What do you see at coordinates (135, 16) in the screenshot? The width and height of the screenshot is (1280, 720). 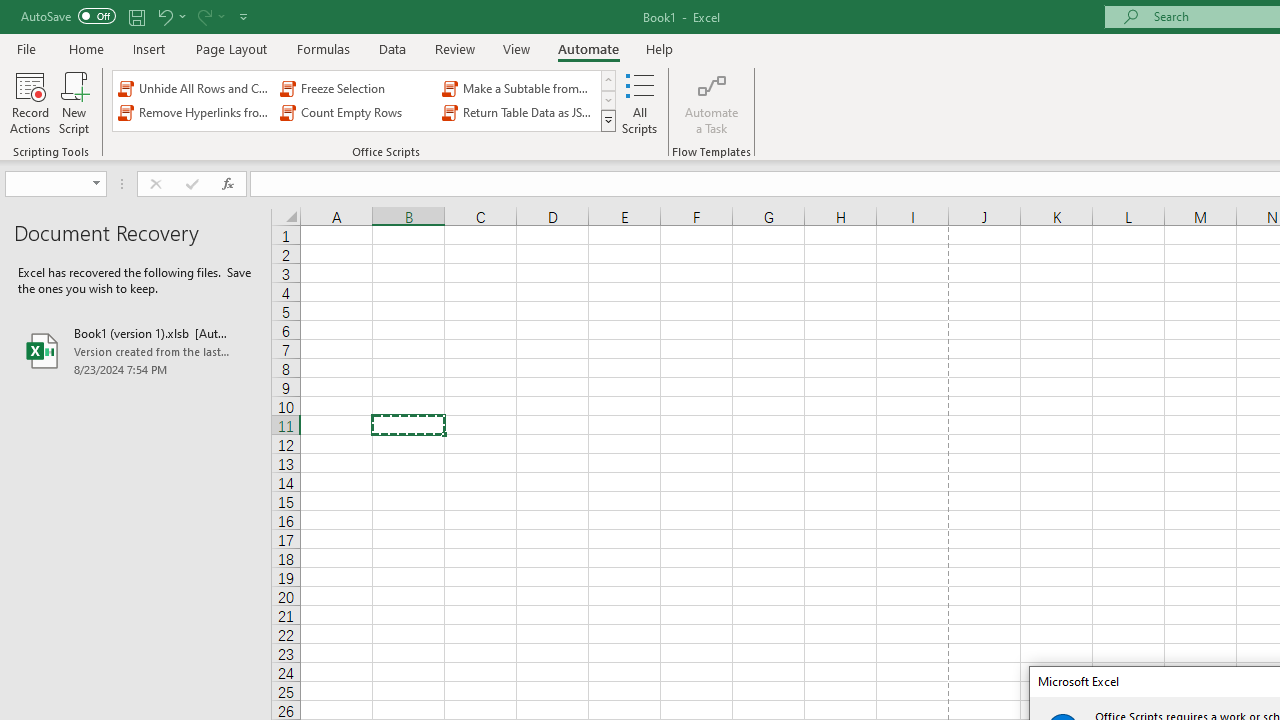 I see `'Quick Access Toolbar'` at bounding box center [135, 16].